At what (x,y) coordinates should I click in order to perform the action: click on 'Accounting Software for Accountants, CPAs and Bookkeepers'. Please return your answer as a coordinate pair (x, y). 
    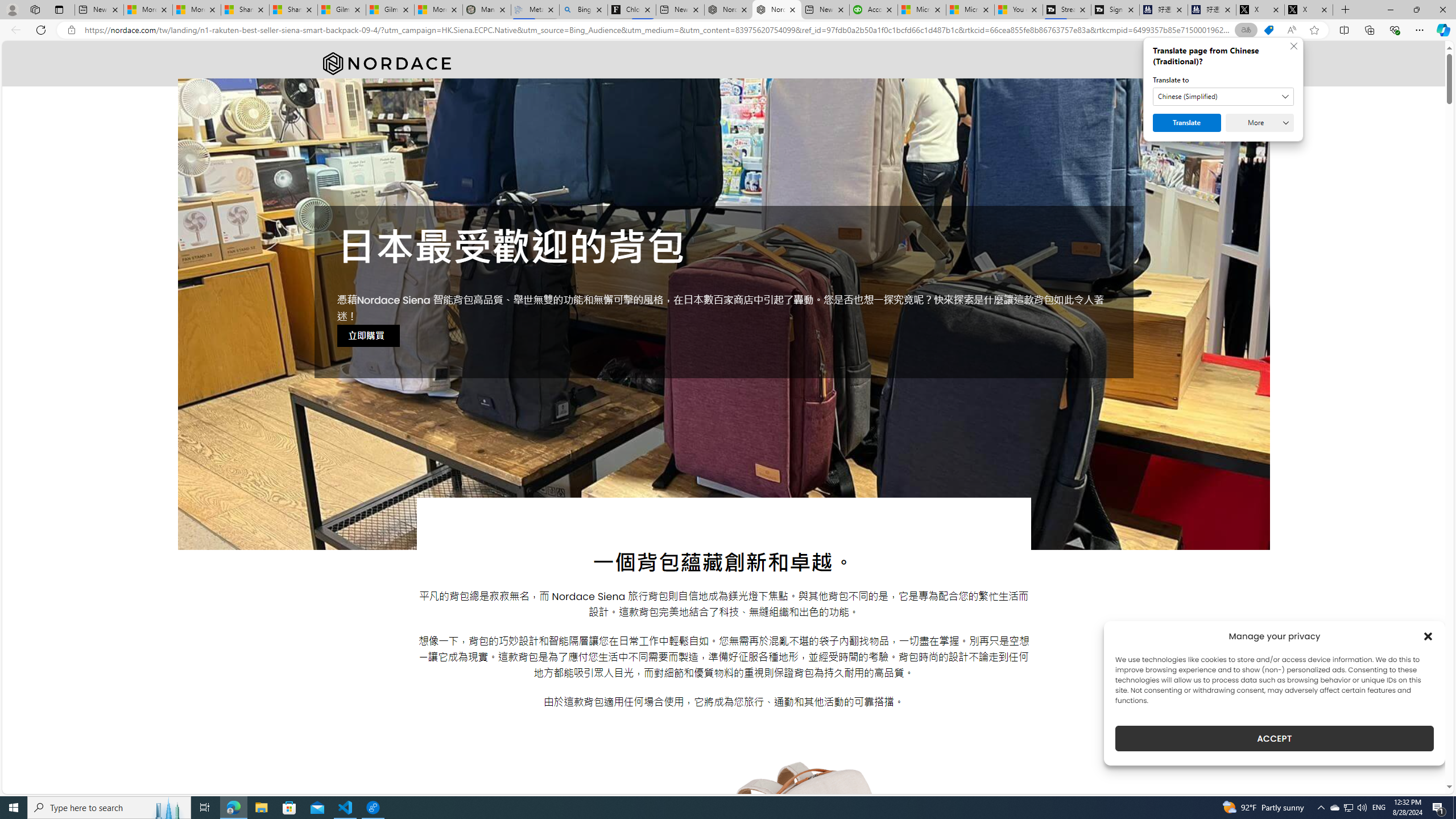
    Looking at the image, I should click on (874, 9).